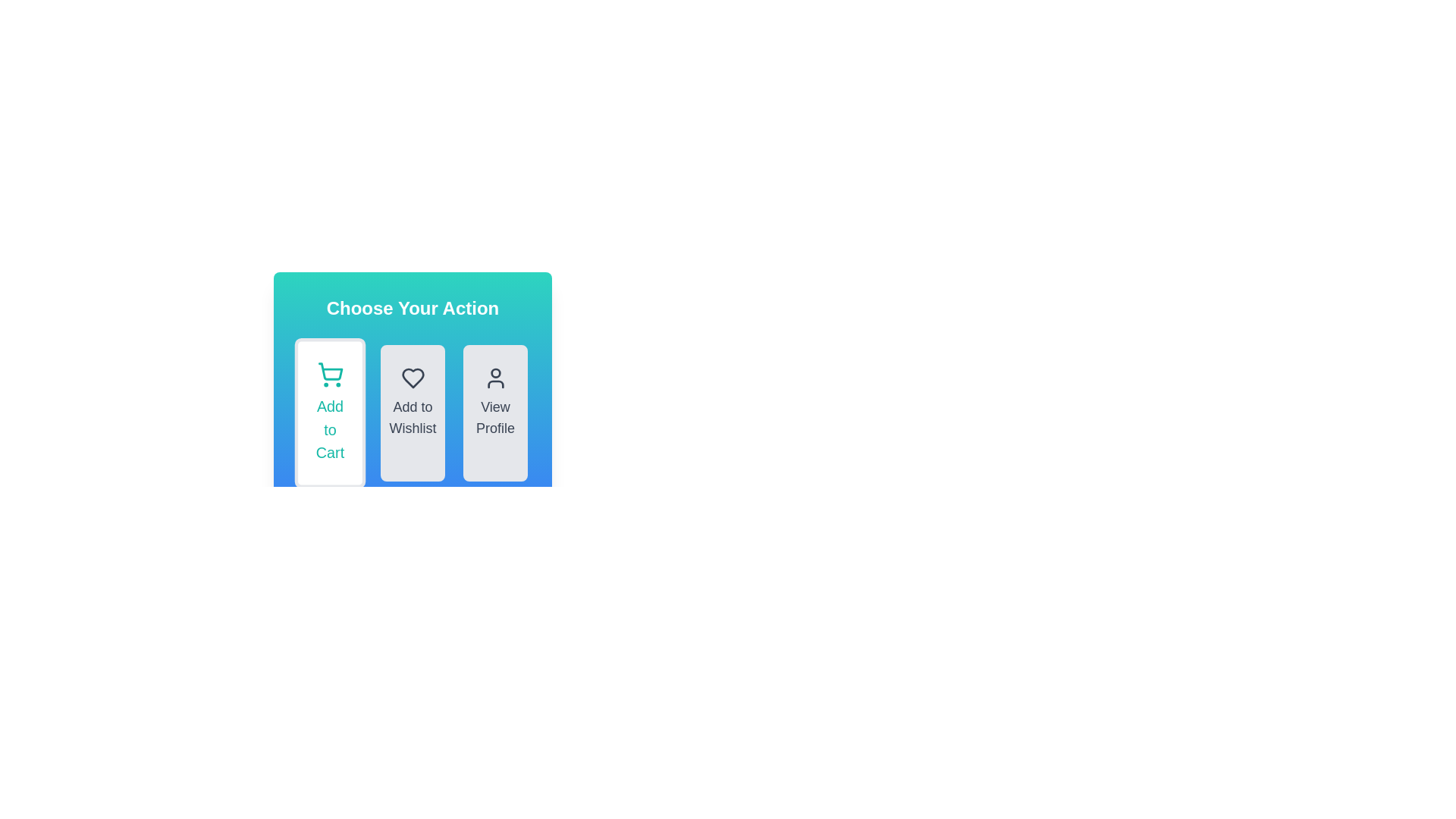 This screenshot has height=819, width=1456. Describe the element at coordinates (413, 377) in the screenshot. I see `the heart icon located at the top center of the 'Add to Wishlist' button in the center panel` at that location.